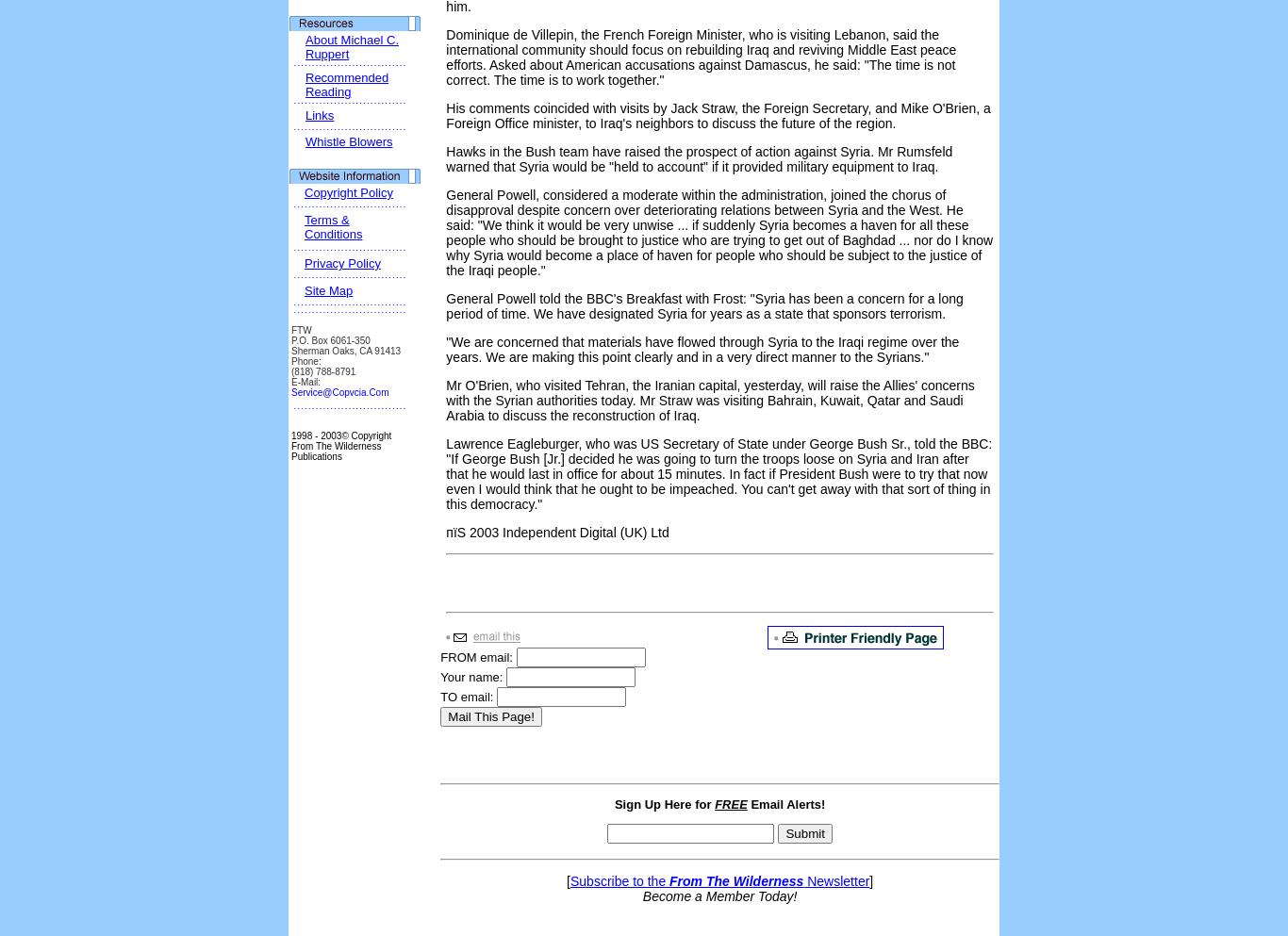 Image resolution: width=1288 pixels, height=936 pixels. I want to click on 'FTW', so click(301, 330).